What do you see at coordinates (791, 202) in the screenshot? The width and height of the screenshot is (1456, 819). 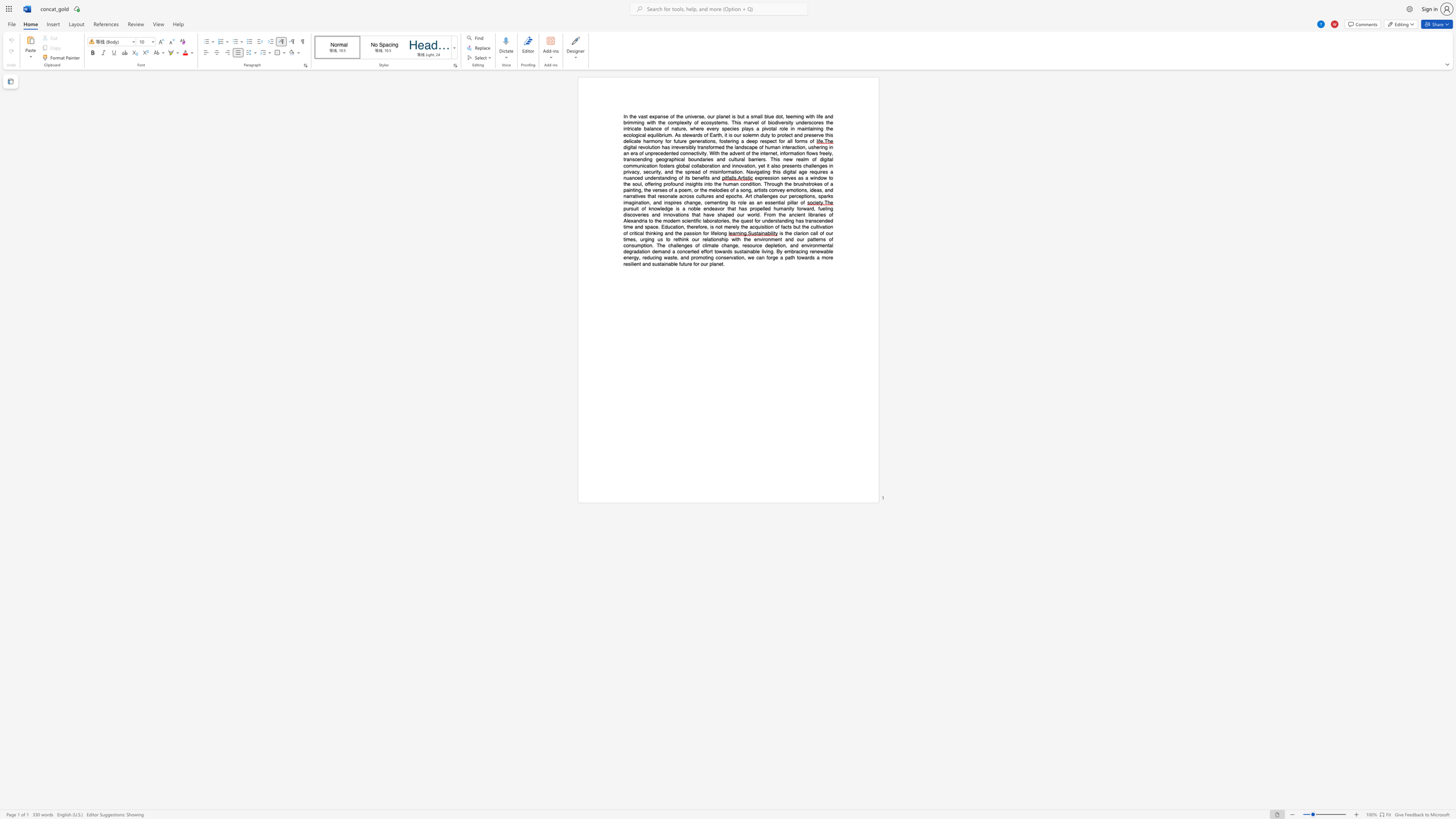 I see `the subset text "llar" within the text ", sparks imagination, and inspires change, cementing its role as an essential pillar of"` at bounding box center [791, 202].